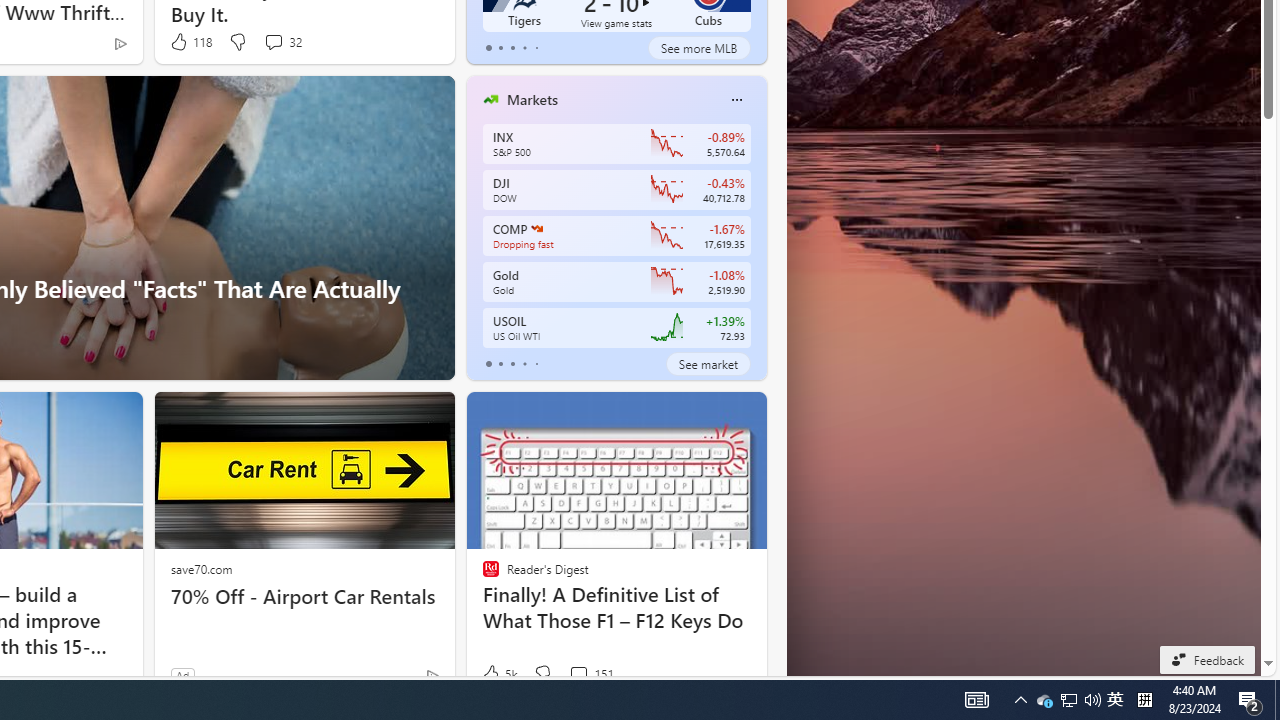 This screenshot has width=1280, height=720. What do you see at coordinates (735, 100) in the screenshot?
I see `'Class: icon-img'` at bounding box center [735, 100].